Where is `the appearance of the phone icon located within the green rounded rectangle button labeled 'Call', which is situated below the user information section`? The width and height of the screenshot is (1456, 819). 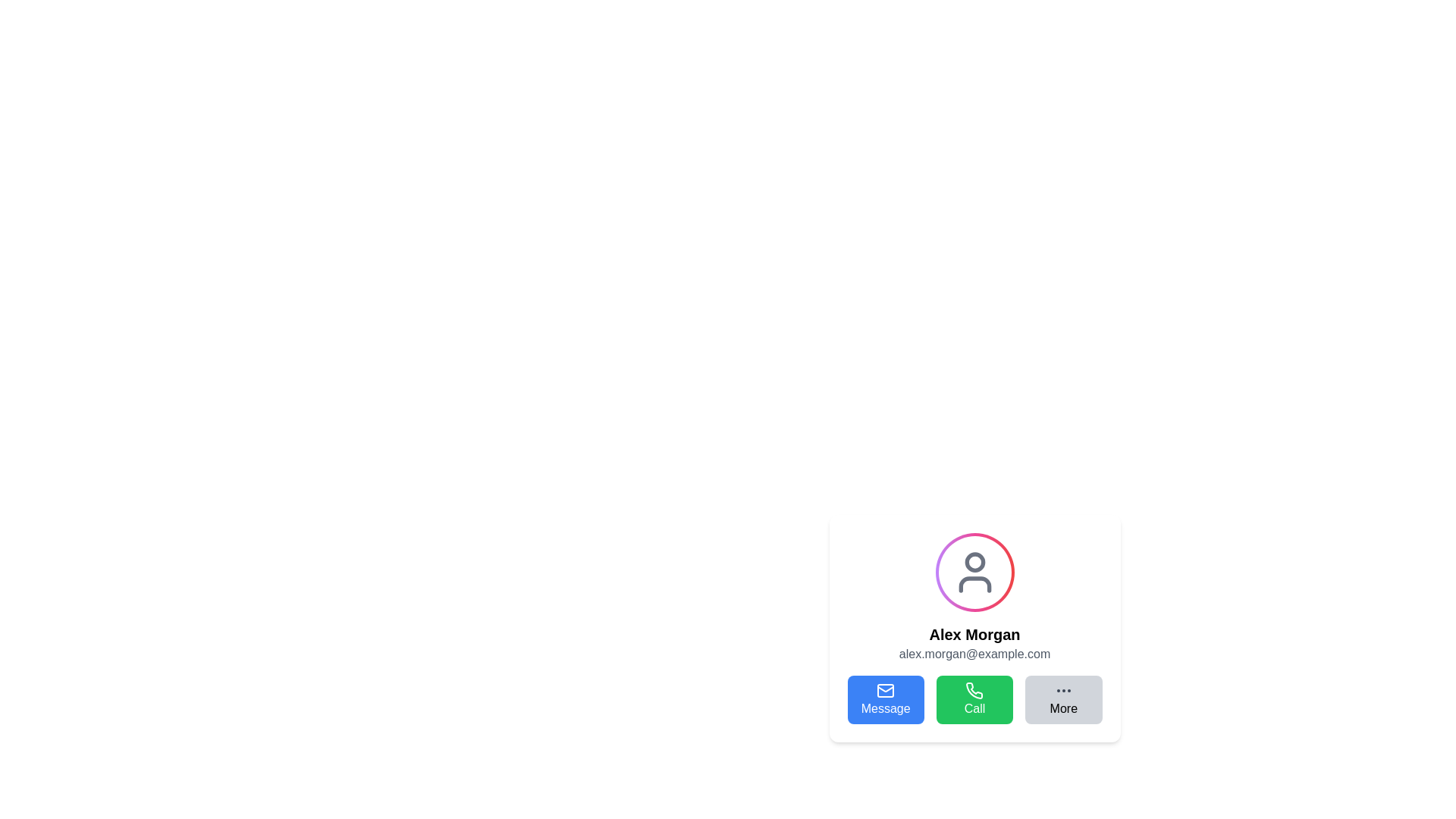
the appearance of the phone icon located within the green rounded rectangle button labeled 'Call', which is situated below the user information section is located at coordinates (974, 690).